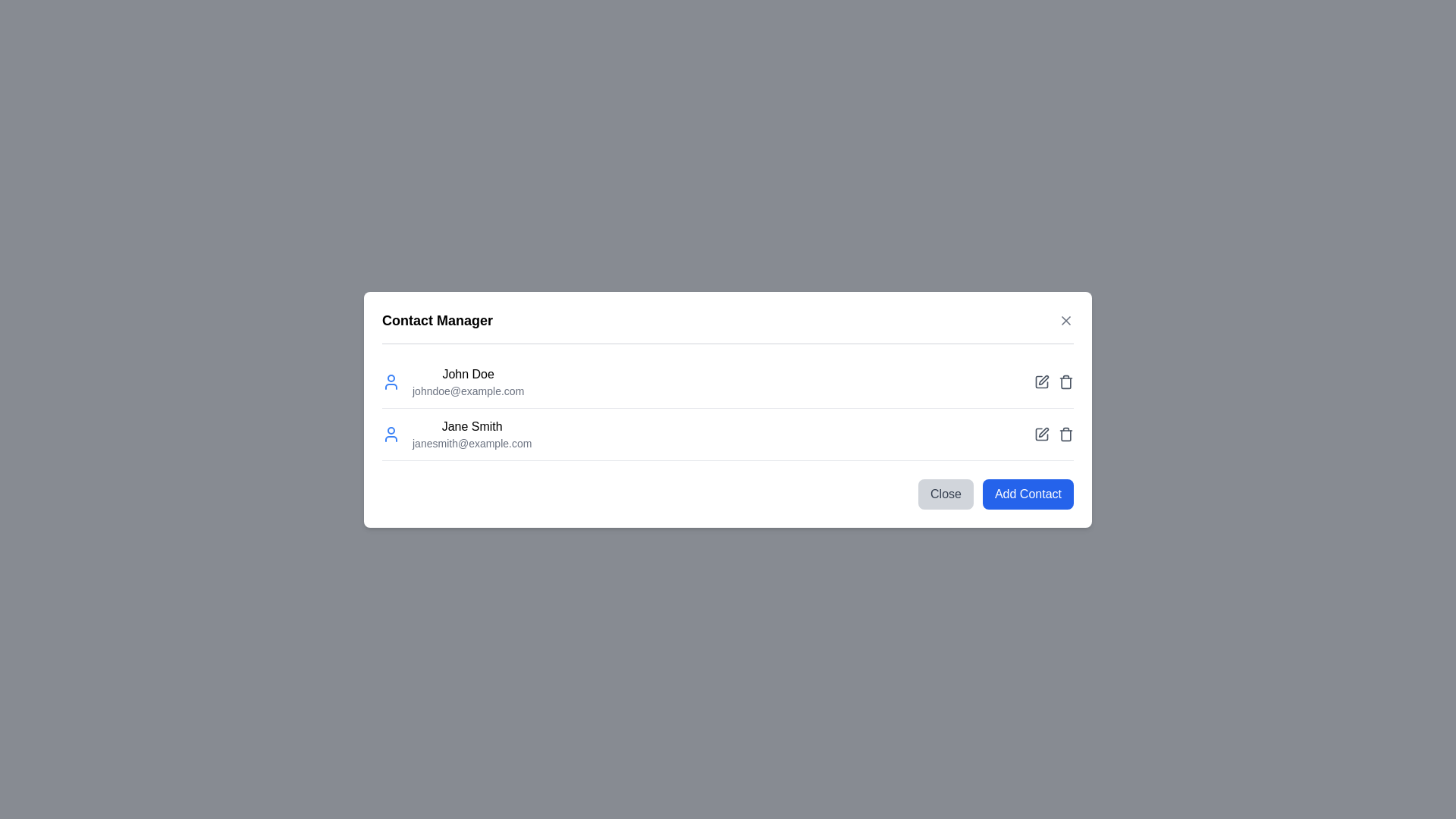 The image size is (1456, 819). I want to click on the icon button resembling a pen or pencil located on the right side of the second row in the contact list, so click(1043, 432).